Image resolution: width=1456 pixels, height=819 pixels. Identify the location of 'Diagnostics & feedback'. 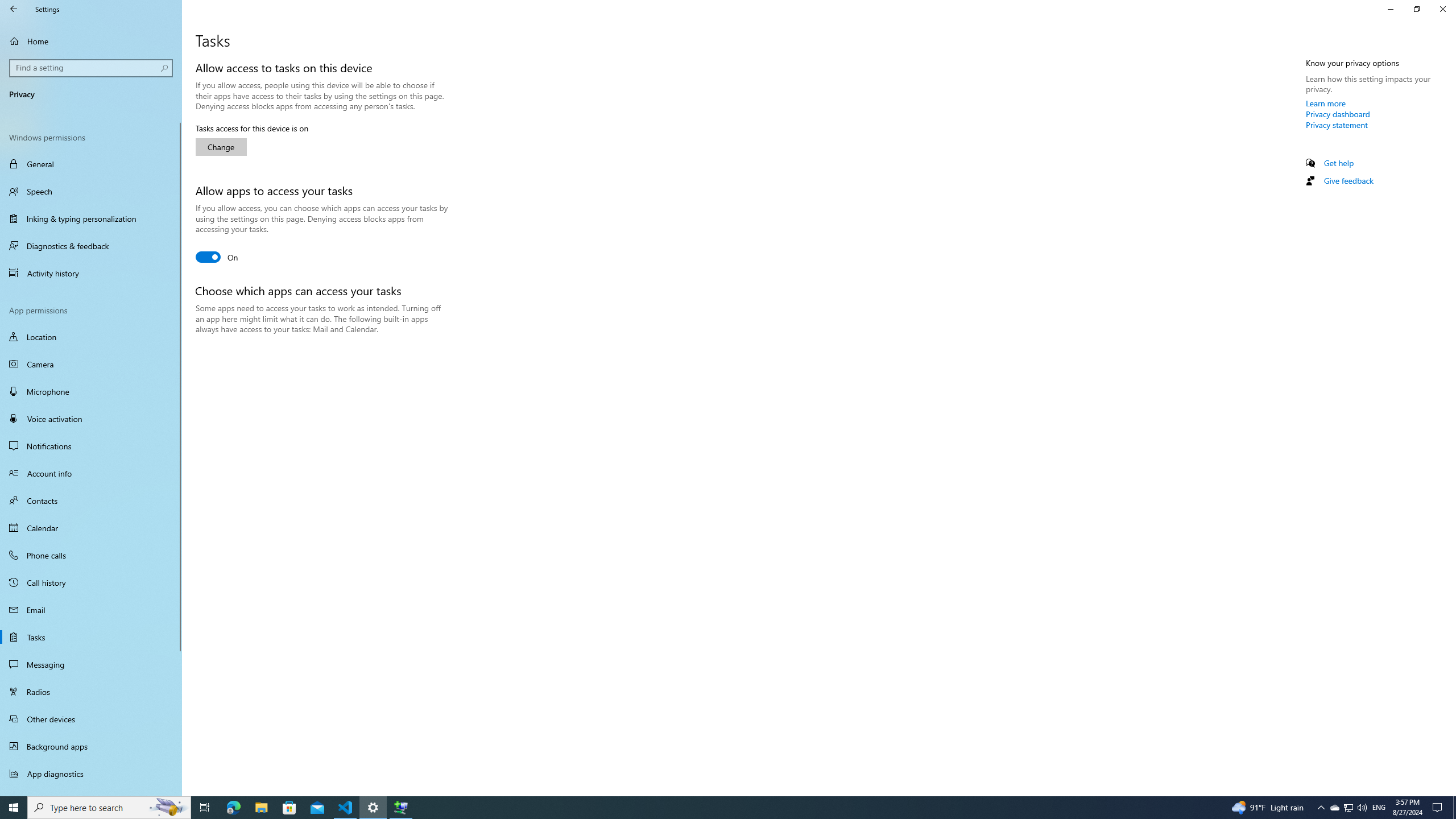
(90, 246).